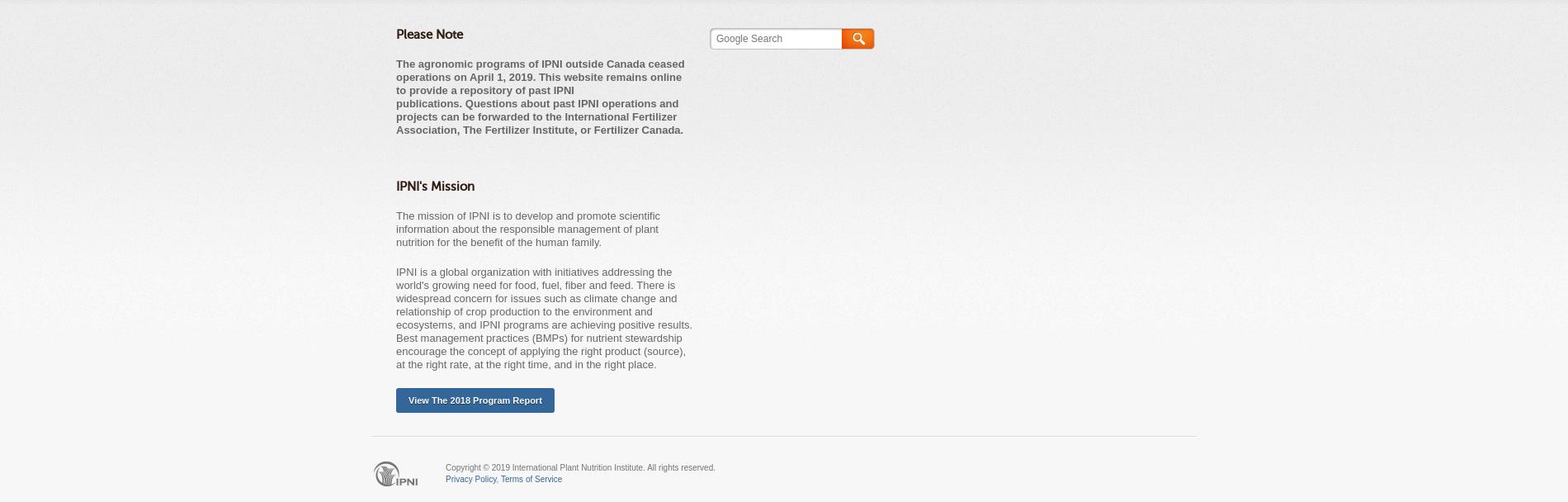 This screenshot has height=502, width=1568. Describe the element at coordinates (395, 34) in the screenshot. I see `'Please Note'` at that location.